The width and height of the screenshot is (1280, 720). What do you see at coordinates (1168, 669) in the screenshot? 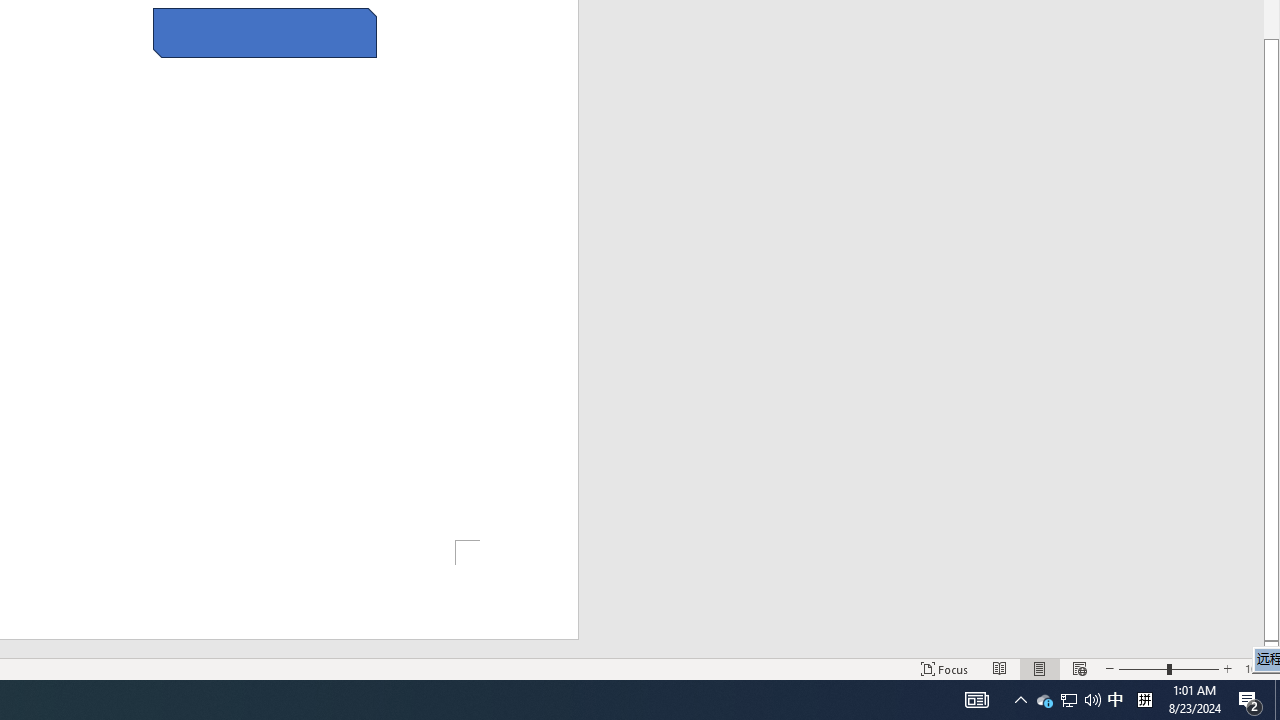
I see `'Zoom'` at bounding box center [1168, 669].